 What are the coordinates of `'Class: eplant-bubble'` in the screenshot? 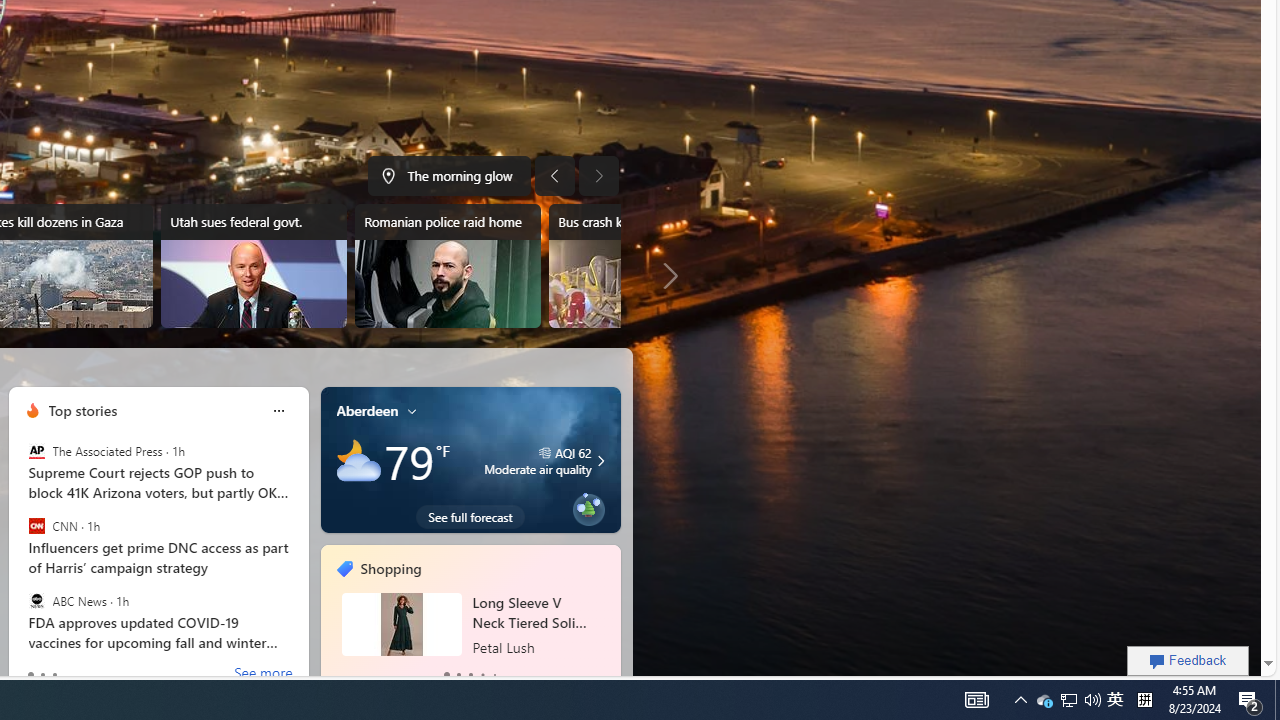 It's located at (587, 509).